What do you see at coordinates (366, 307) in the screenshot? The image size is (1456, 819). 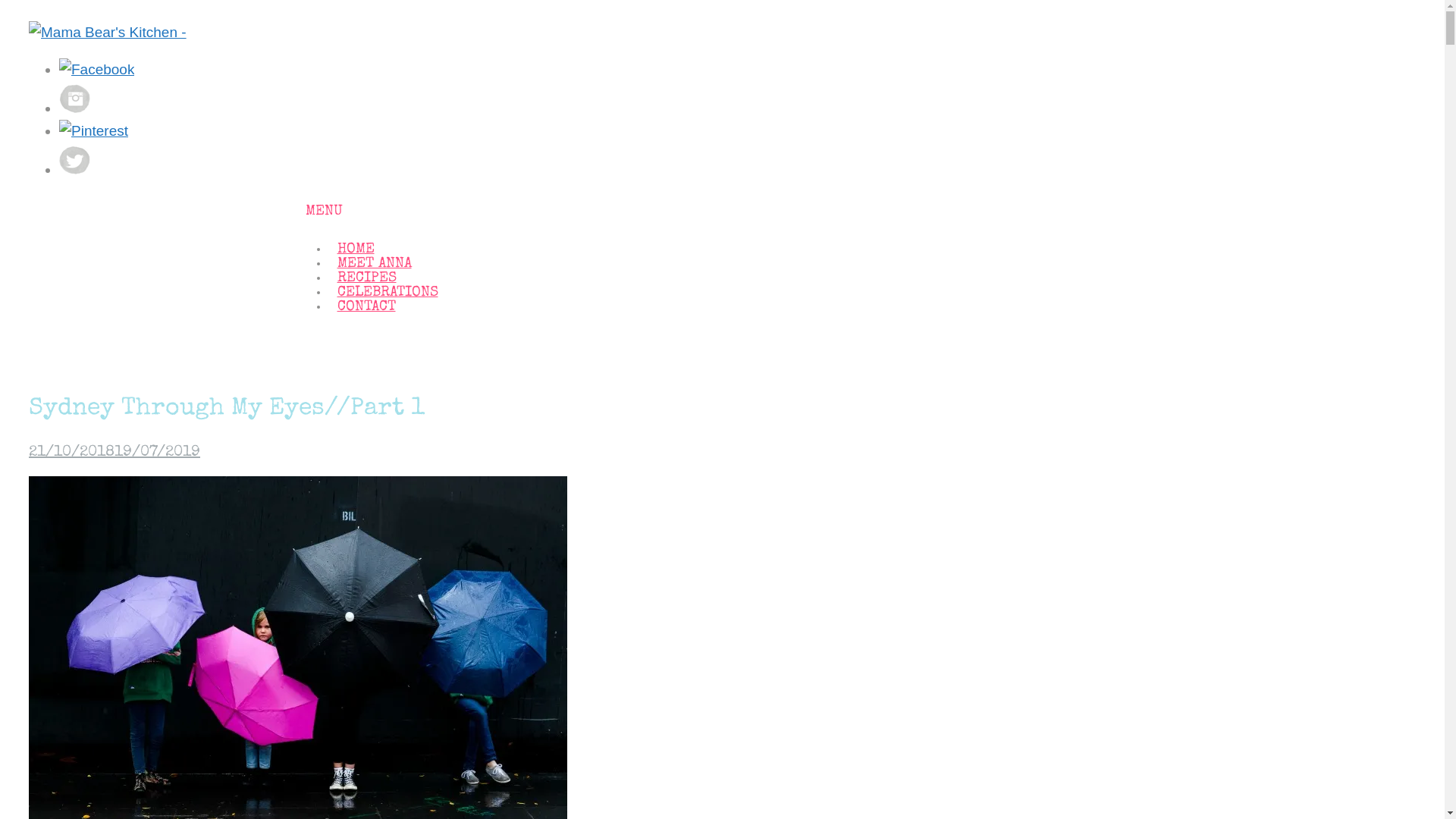 I see `'CONTACT'` at bounding box center [366, 307].